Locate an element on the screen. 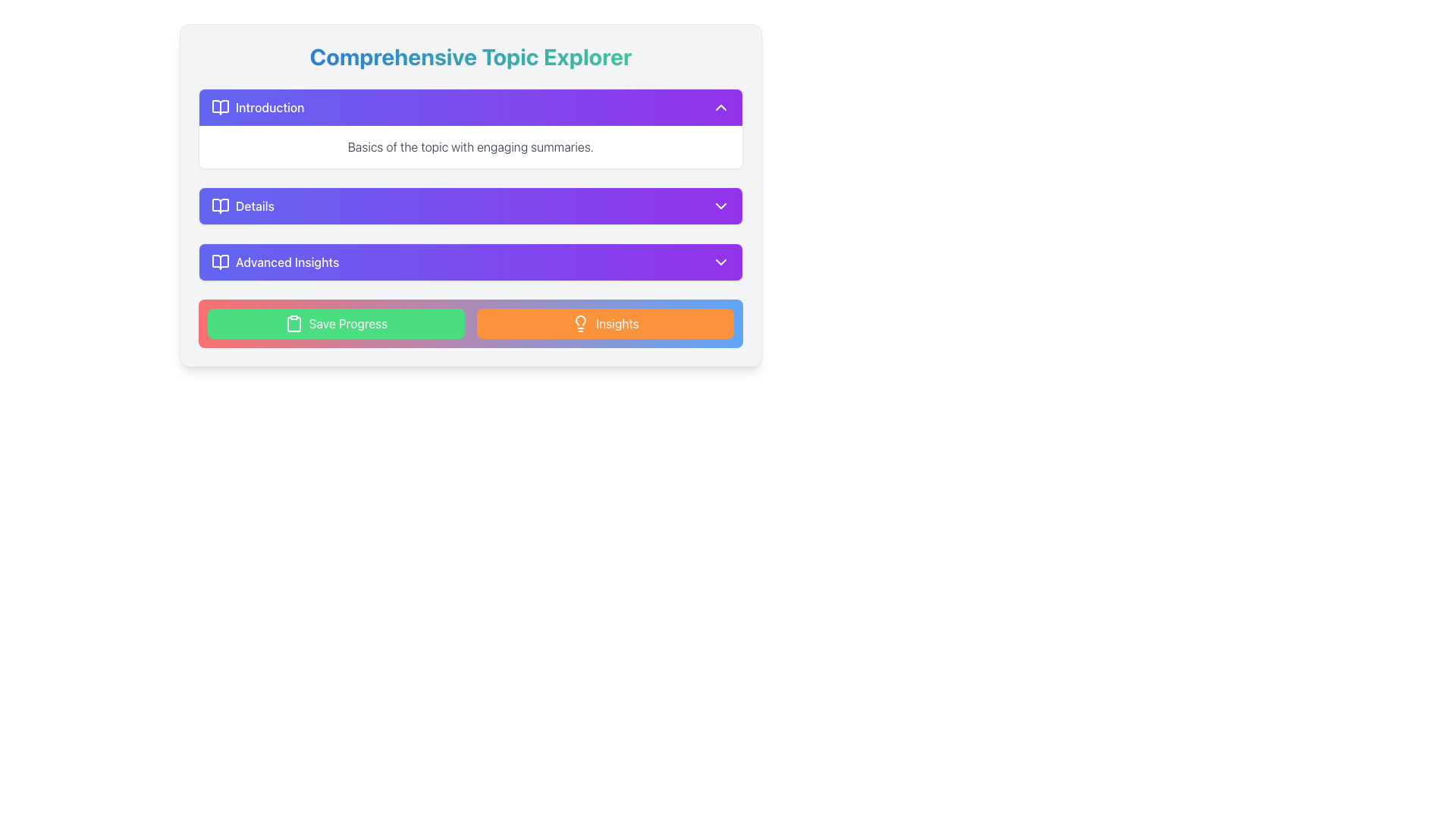 The width and height of the screenshot is (1456, 819). the 'Details' button located in the second expandable section of the 'Comprehensive Topic Explorer' is located at coordinates (469, 206).